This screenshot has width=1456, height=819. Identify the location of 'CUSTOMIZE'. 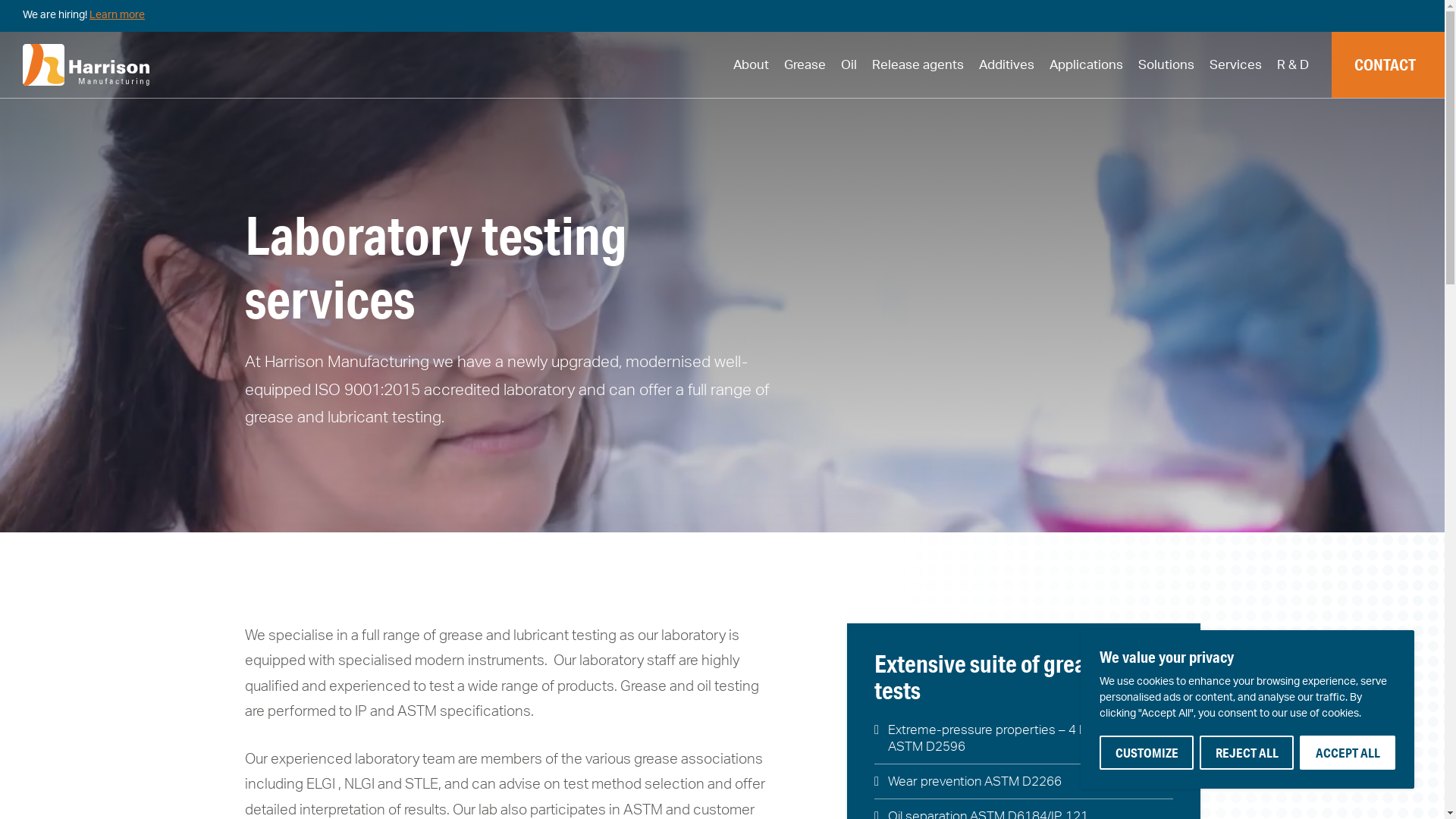
(1099, 752).